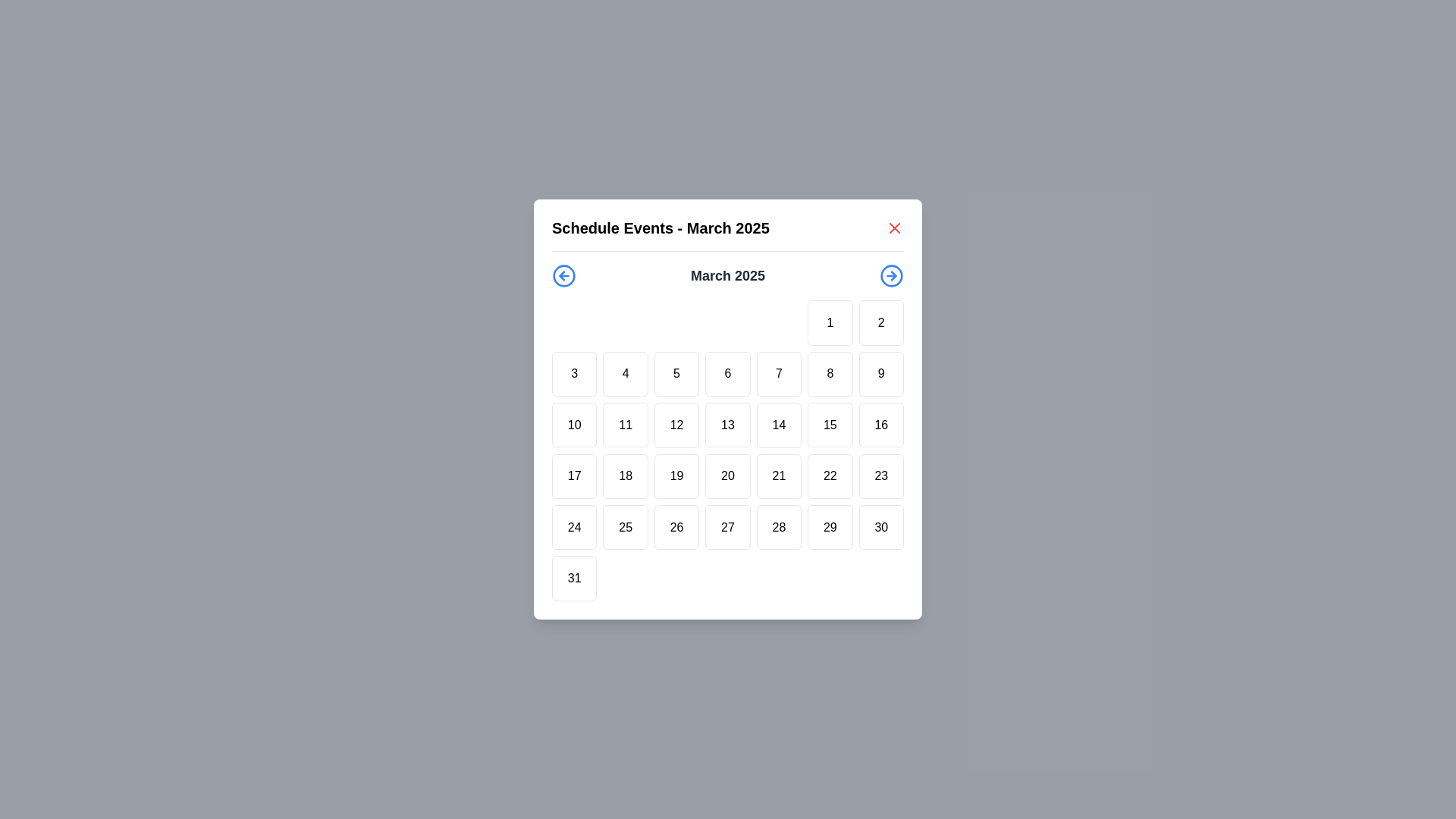 The width and height of the screenshot is (1456, 819). Describe the element at coordinates (573, 322) in the screenshot. I see `the placeholder element located in the top row of the grid layout, which occupies the first slot and is surrounded by other elements, specifically the item labeled '1' in the second slot` at that location.